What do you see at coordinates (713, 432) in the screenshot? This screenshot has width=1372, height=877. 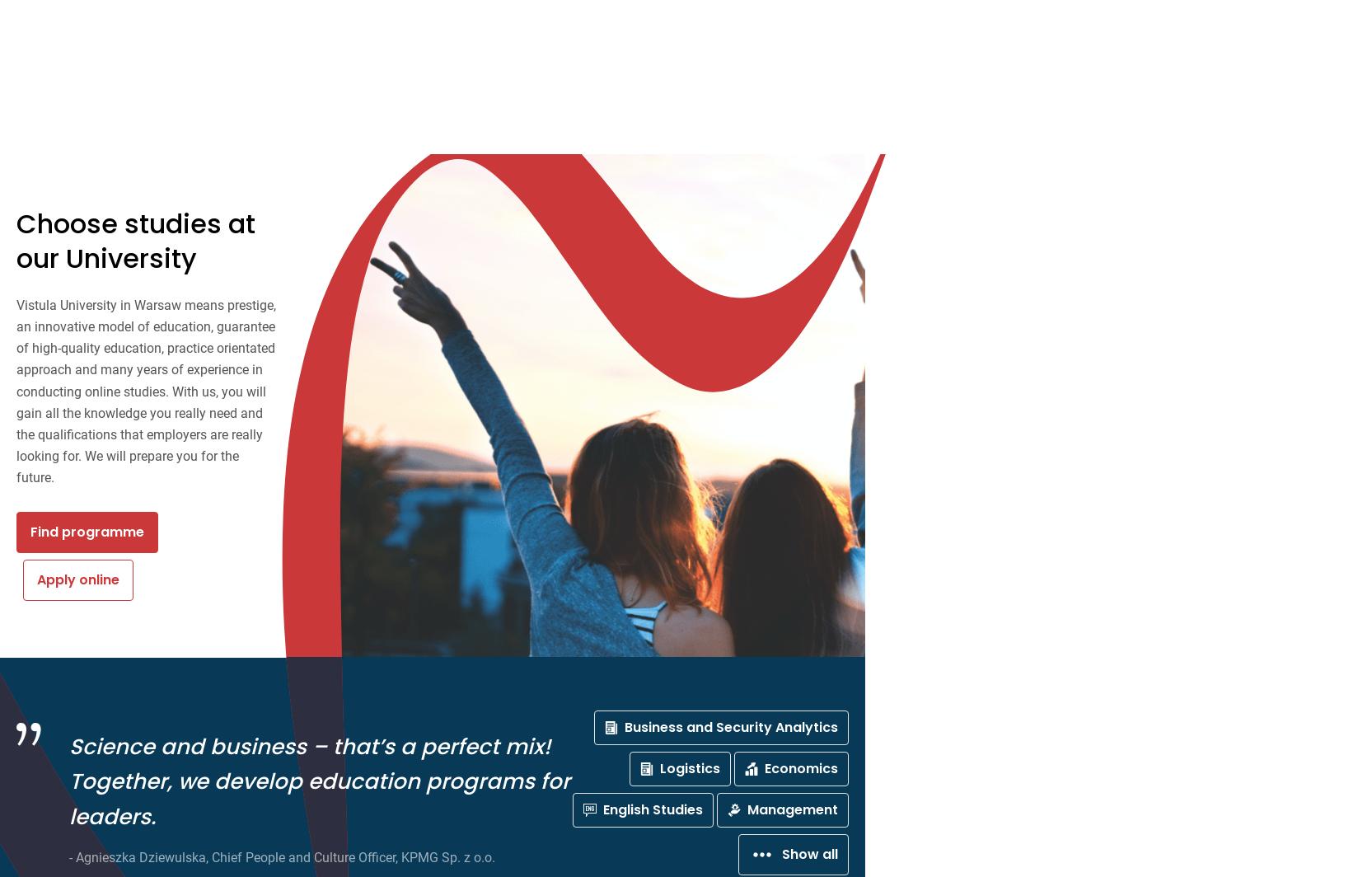 I see `'Show all'` at bounding box center [713, 432].